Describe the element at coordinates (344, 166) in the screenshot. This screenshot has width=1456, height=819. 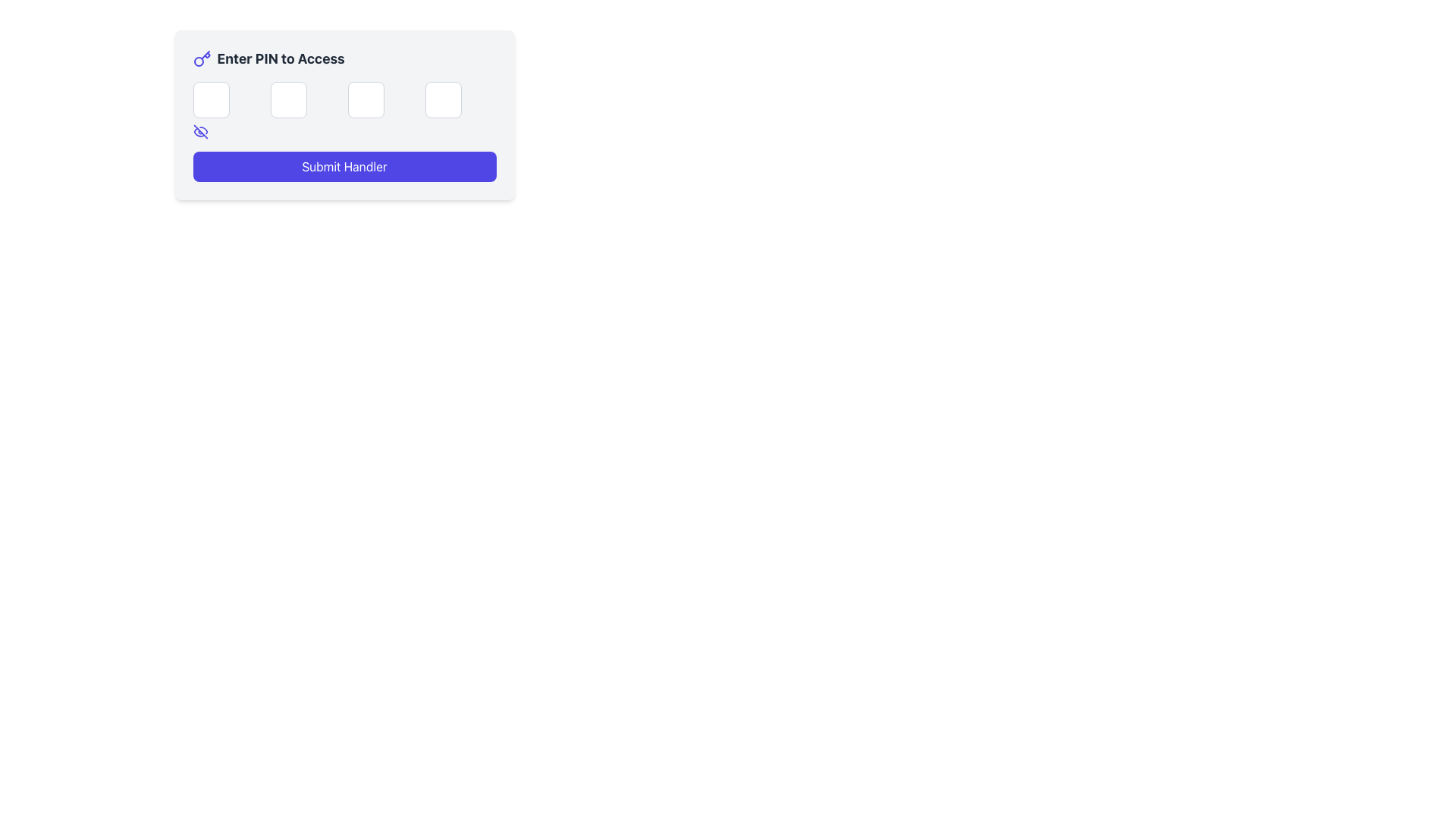
I see `the submit button located in the lower part of the card layout, which has a light-gray background and is positioned below the title 'Enter PIN` at that location.